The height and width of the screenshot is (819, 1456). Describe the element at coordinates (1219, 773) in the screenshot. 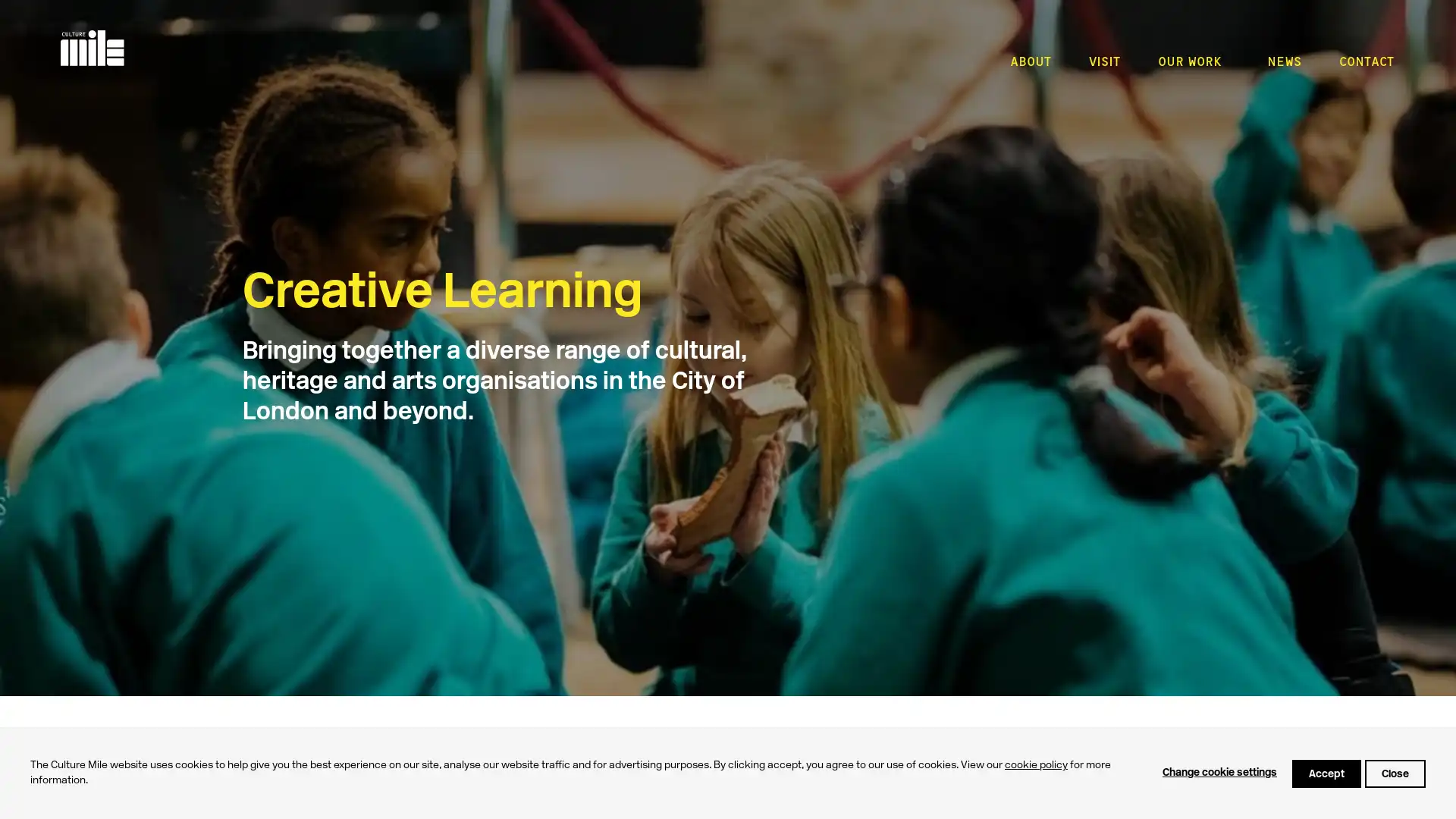

I see `Change cookie settings` at that location.